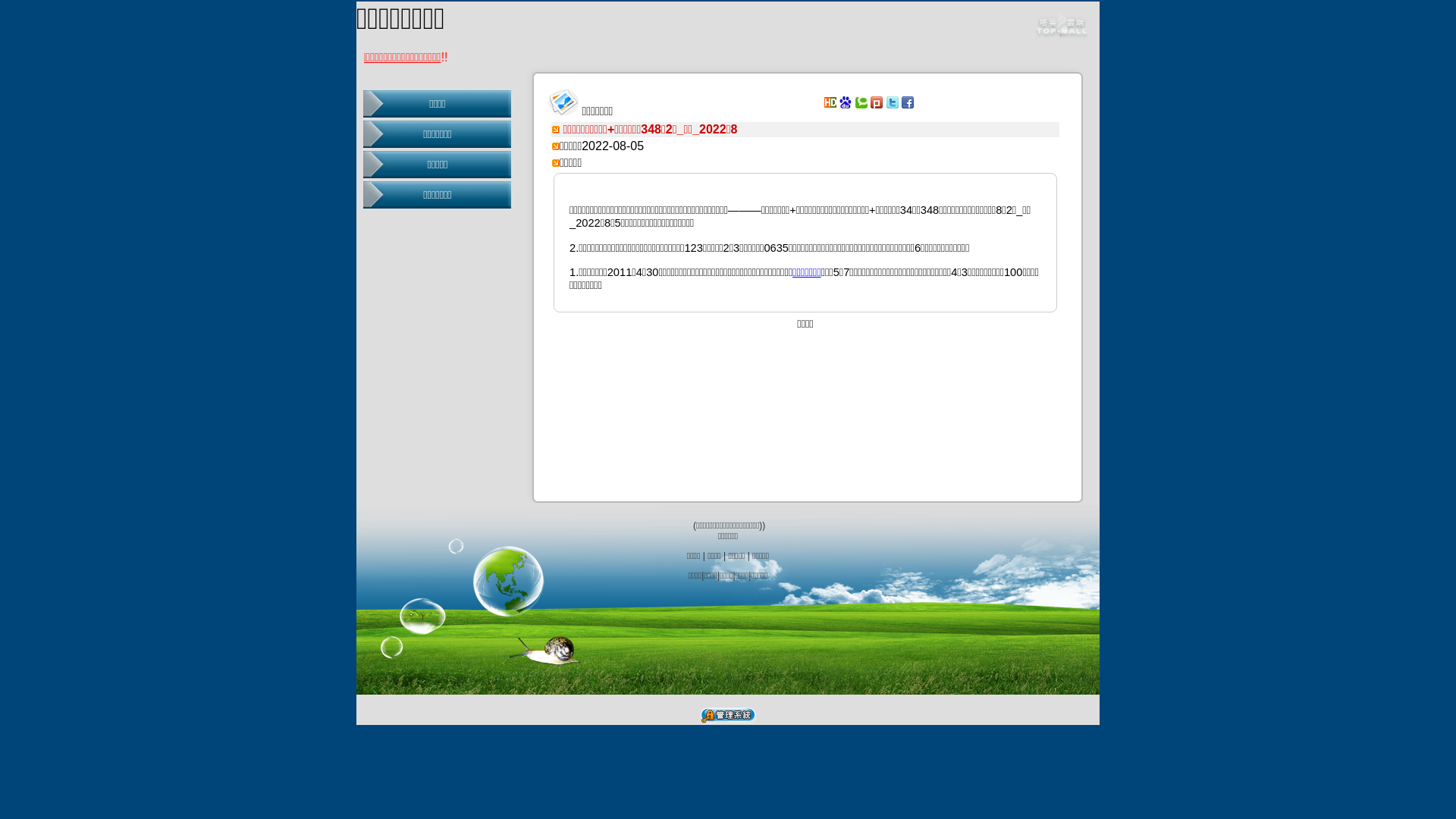 This screenshot has height=819, width=1456. Describe the element at coordinates (855, 102) in the screenshot. I see `'technorati'` at that location.